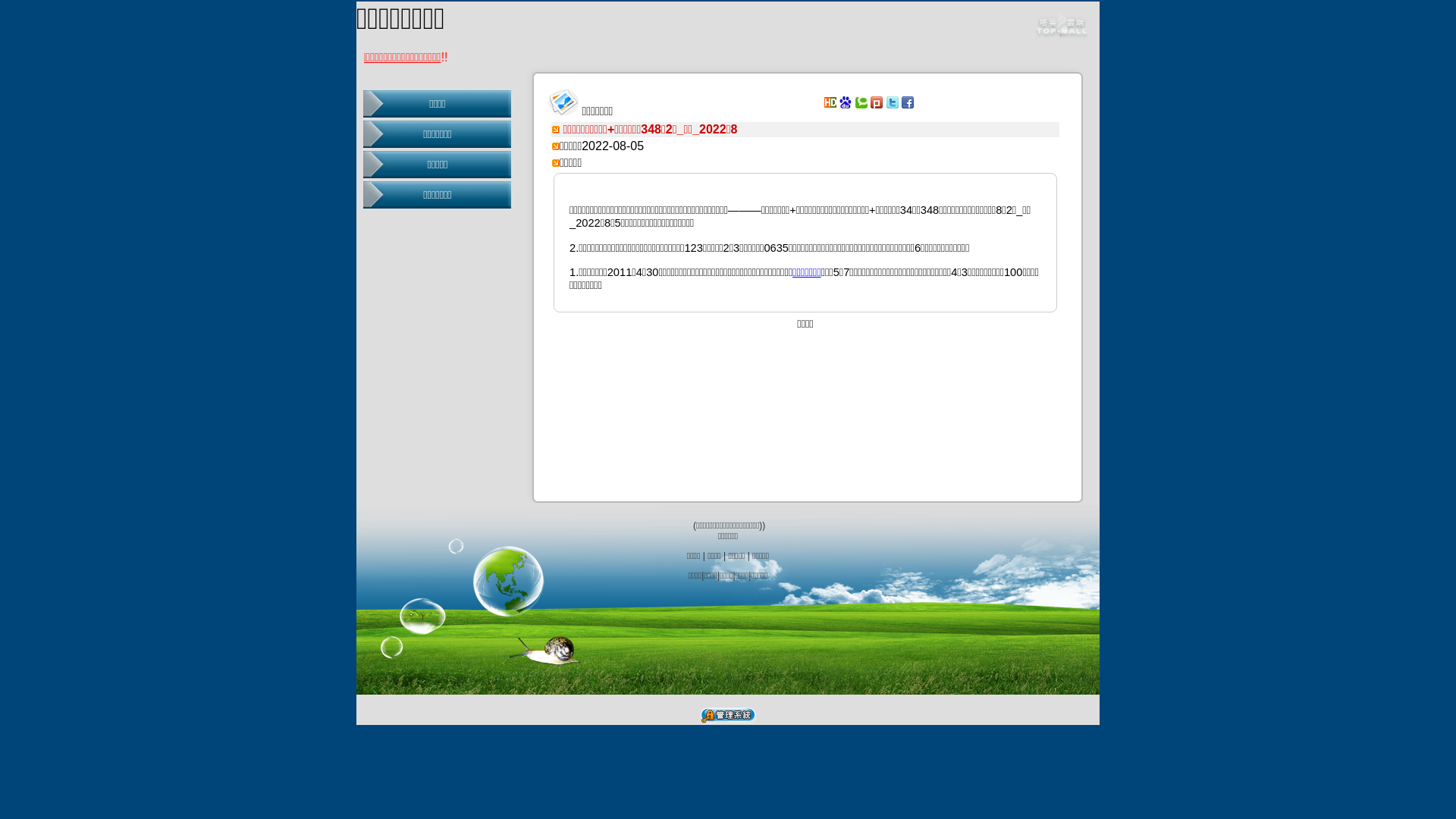 This screenshot has height=819, width=1456. Describe the element at coordinates (855, 102) in the screenshot. I see `'technorati'` at that location.